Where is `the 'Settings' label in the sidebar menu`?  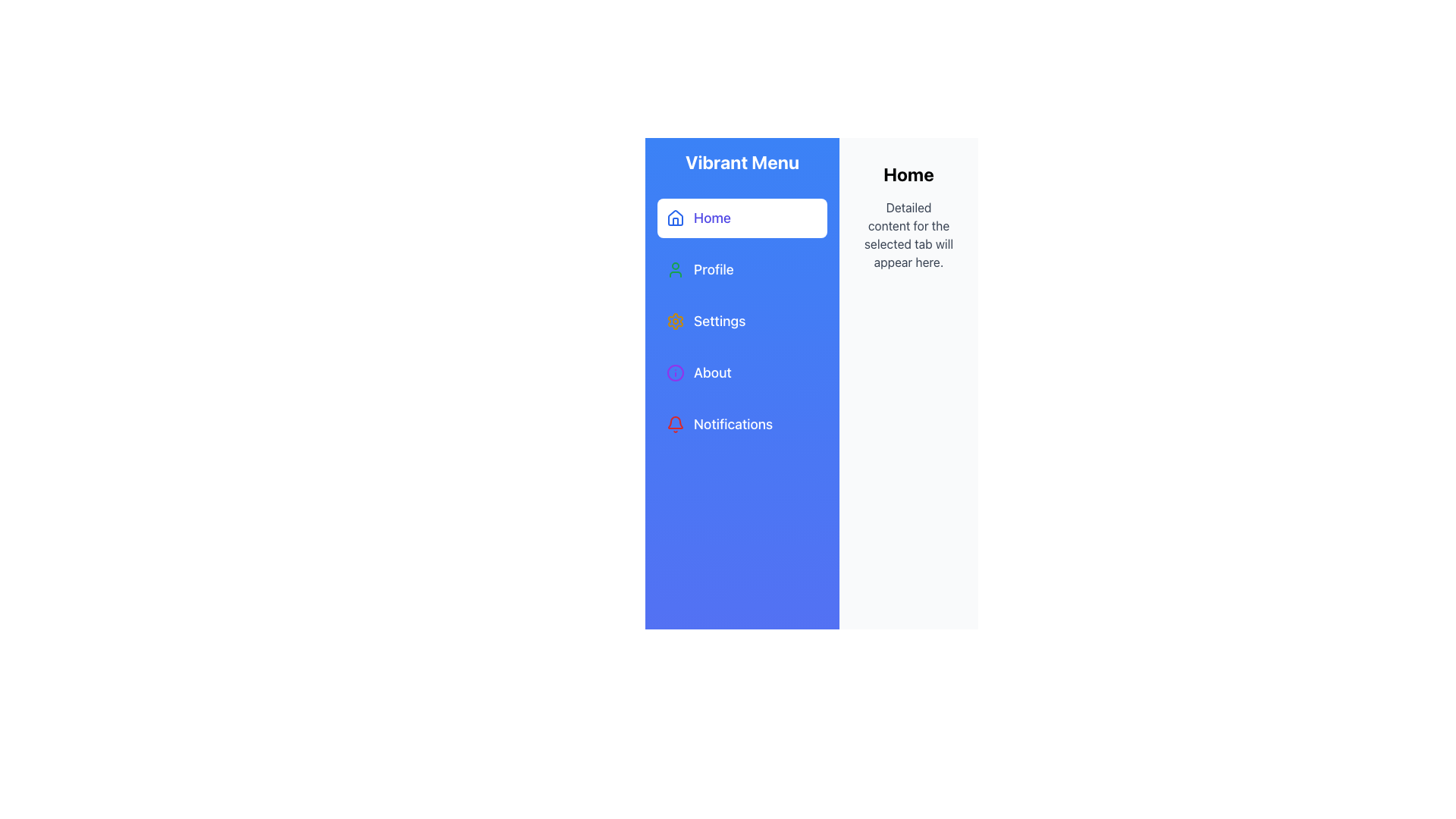 the 'Settings' label in the sidebar menu is located at coordinates (719, 321).